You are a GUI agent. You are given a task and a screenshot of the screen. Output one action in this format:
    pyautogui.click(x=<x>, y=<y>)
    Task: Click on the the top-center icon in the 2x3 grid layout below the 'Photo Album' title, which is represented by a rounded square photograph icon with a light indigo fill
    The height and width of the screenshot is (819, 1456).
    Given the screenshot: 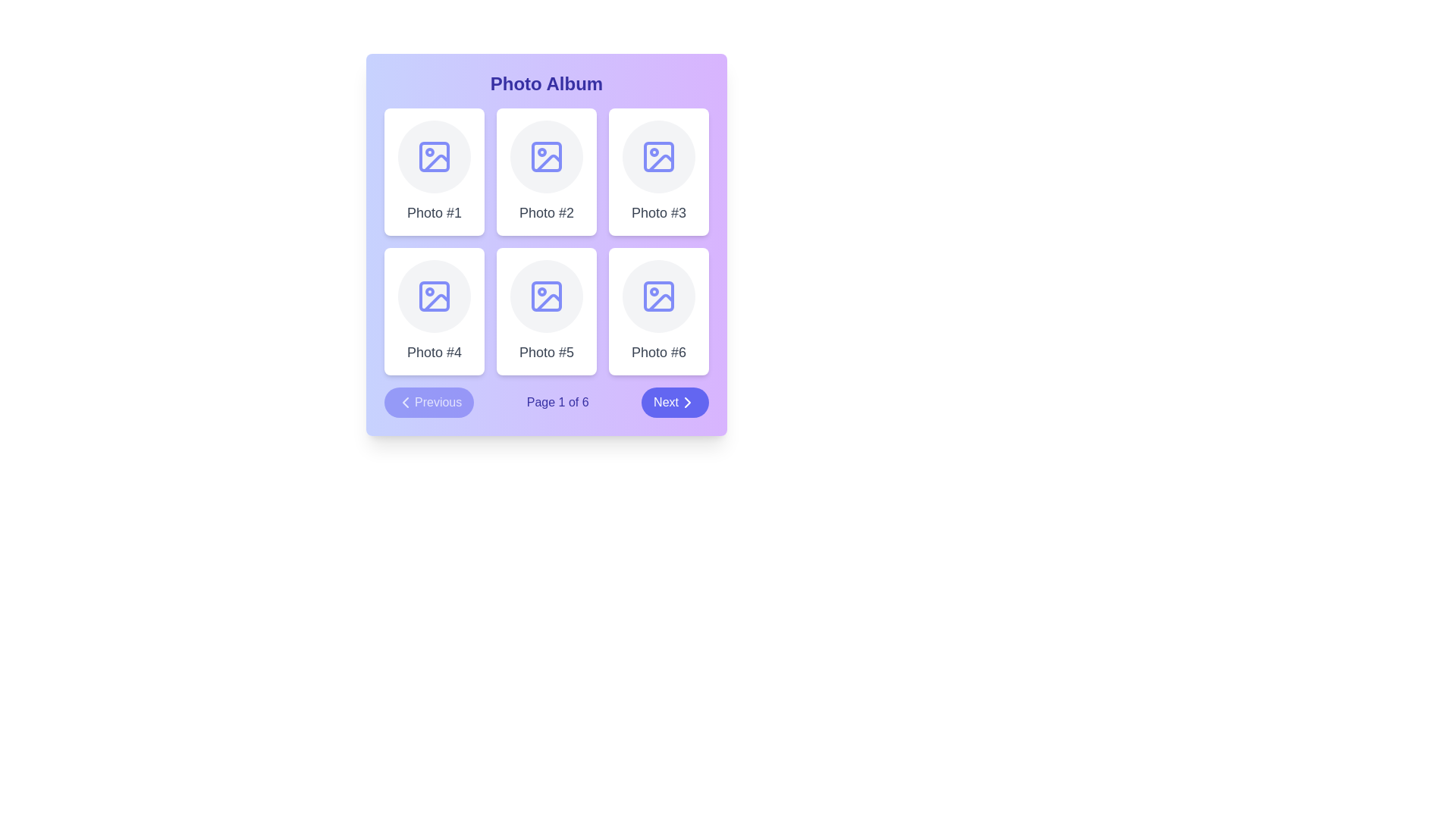 What is the action you would take?
    pyautogui.click(x=546, y=157)
    